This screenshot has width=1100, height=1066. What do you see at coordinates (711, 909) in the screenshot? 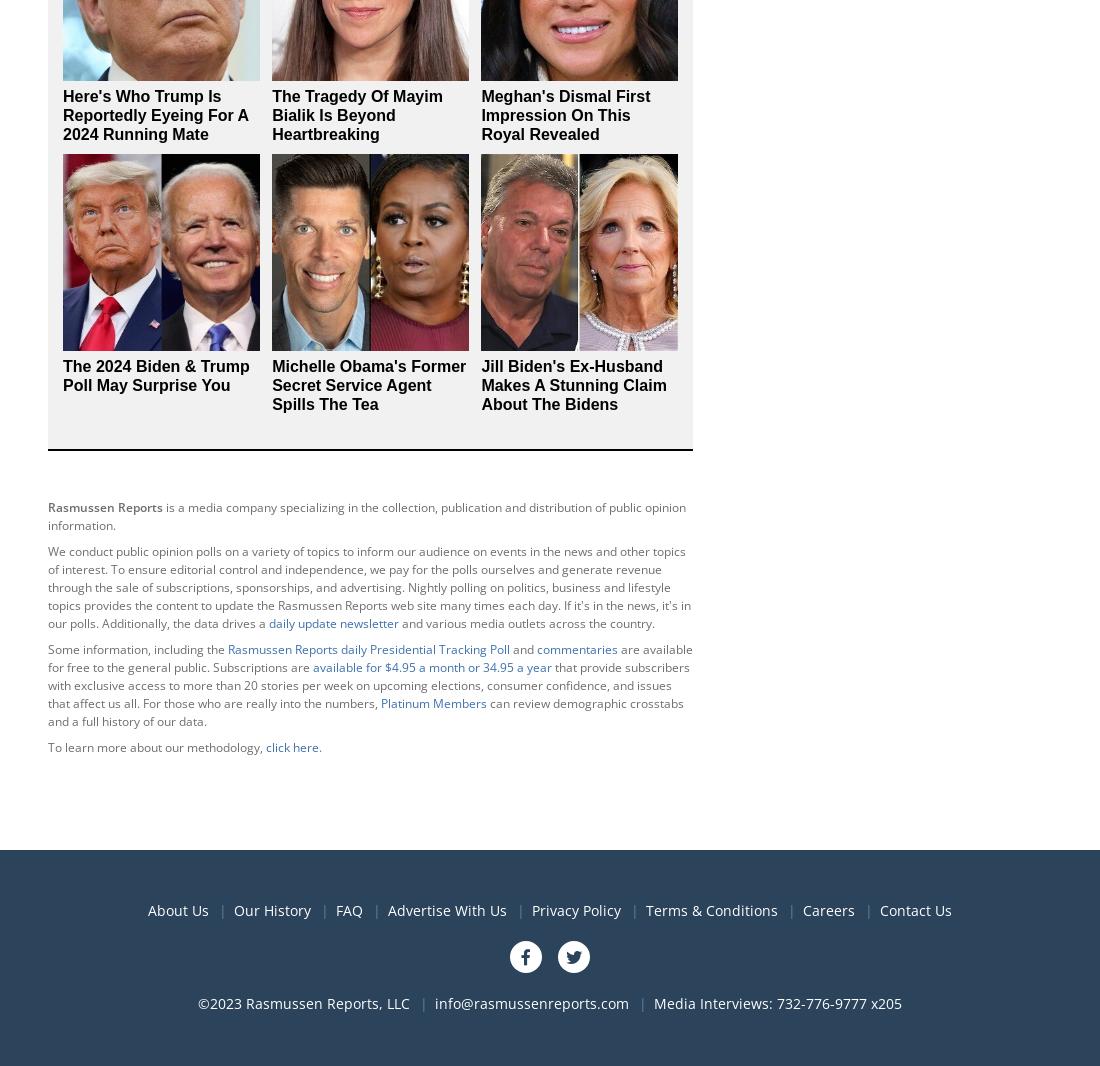
I see `'Terms & Conditions'` at bounding box center [711, 909].